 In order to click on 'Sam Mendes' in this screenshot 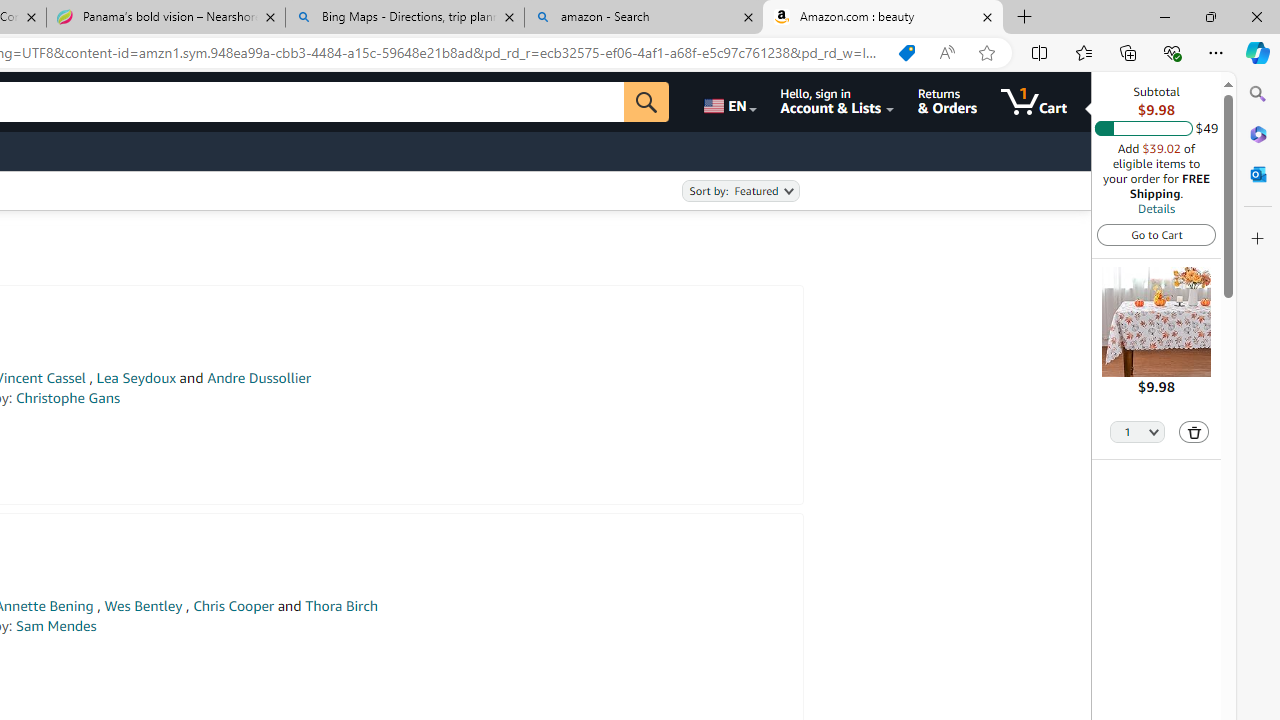, I will do `click(56, 625)`.